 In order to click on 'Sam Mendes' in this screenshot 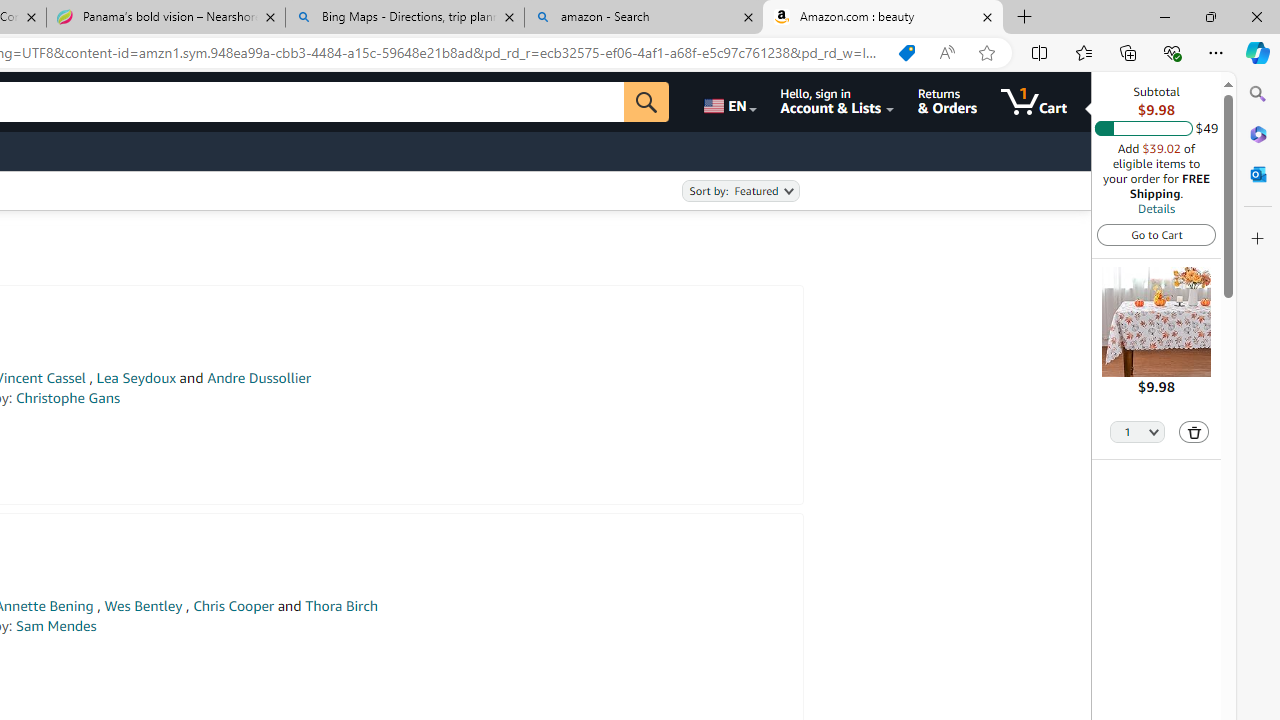, I will do `click(56, 625)`.